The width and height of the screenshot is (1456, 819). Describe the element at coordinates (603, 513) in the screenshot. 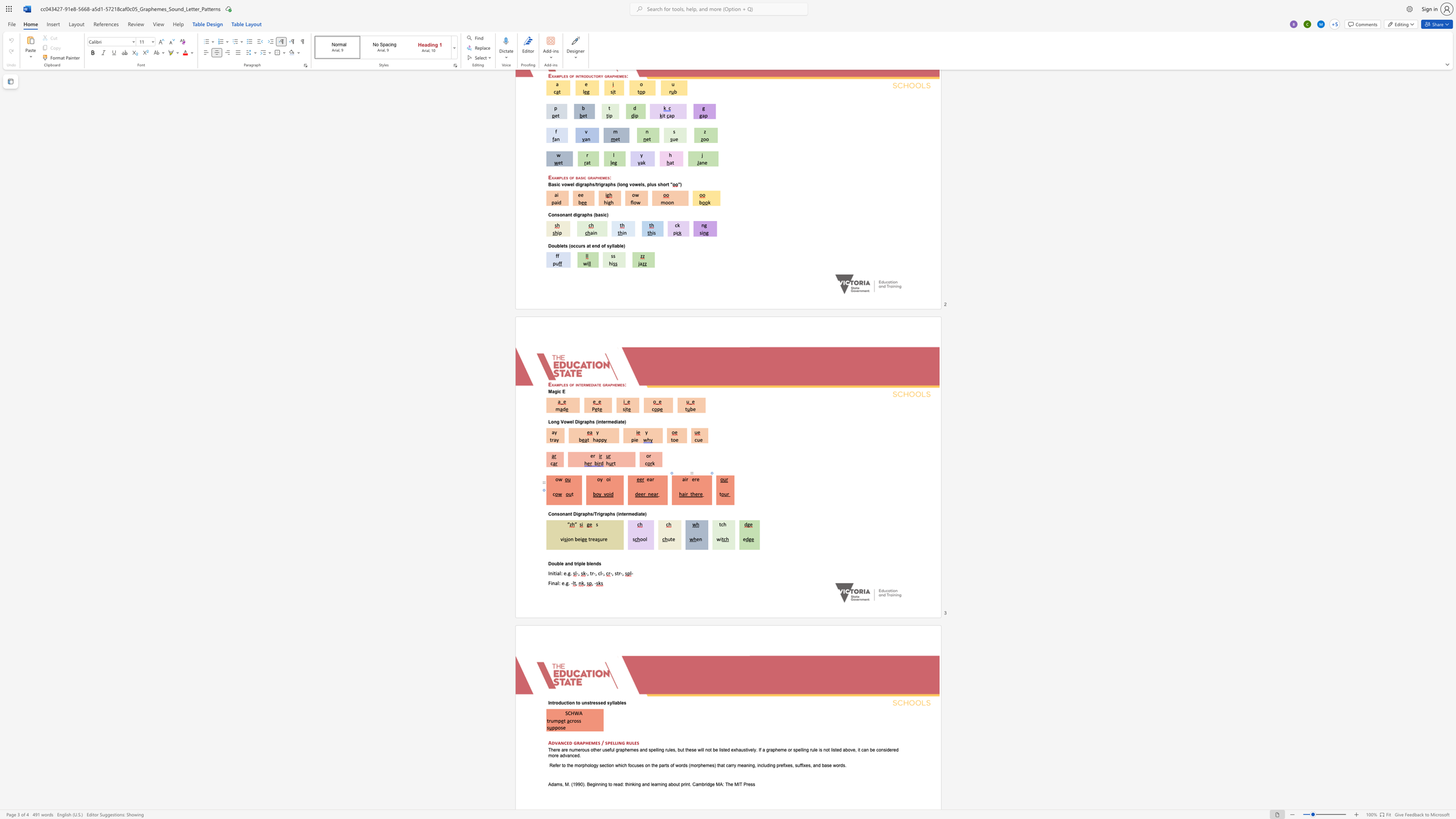

I see `the 3th character "r" in the text` at that location.